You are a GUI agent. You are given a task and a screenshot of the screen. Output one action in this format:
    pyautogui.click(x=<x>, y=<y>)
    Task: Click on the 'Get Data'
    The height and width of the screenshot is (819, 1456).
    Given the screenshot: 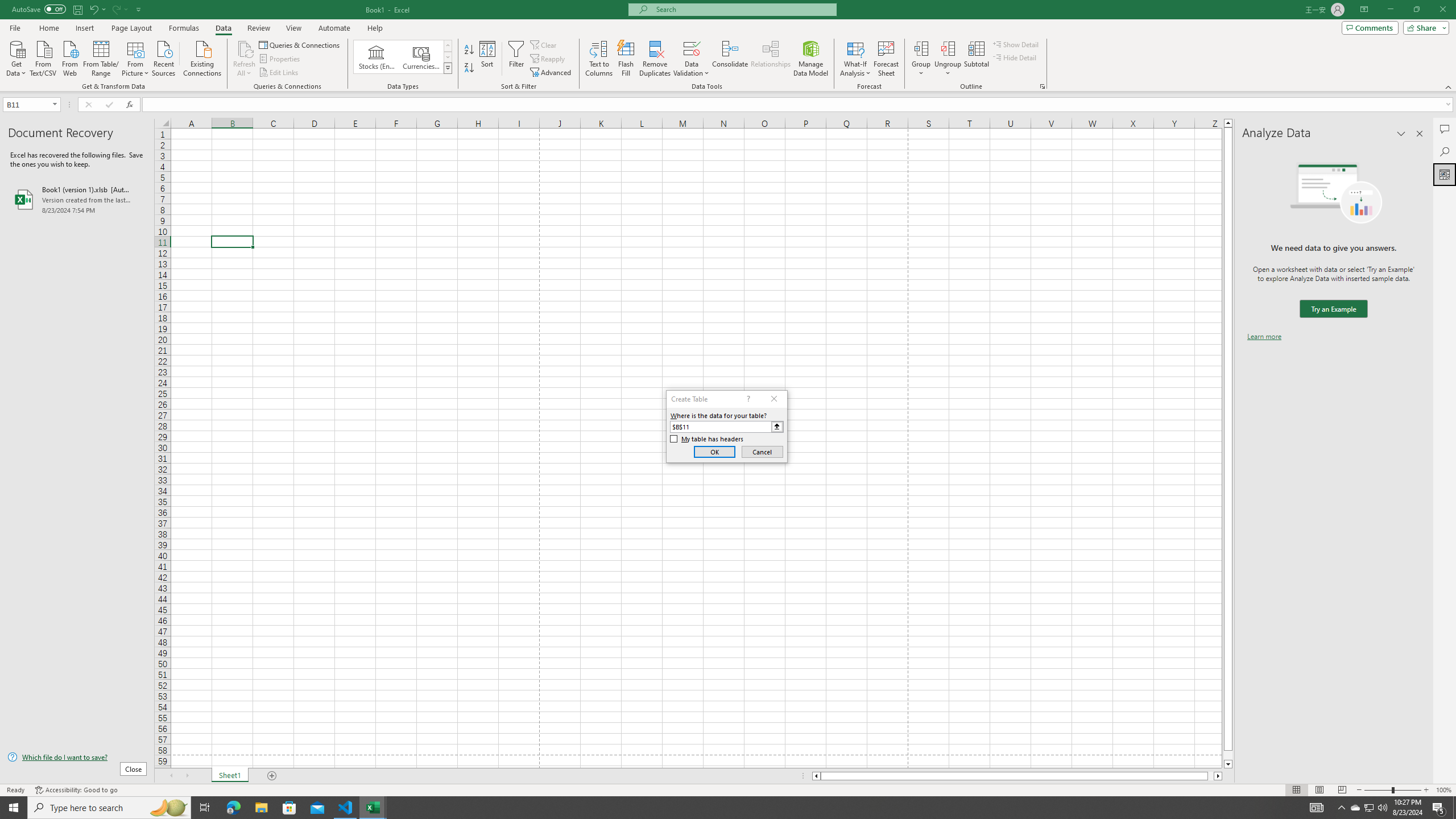 What is the action you would take?
    pyautogui.click(x=16, y=57)
    